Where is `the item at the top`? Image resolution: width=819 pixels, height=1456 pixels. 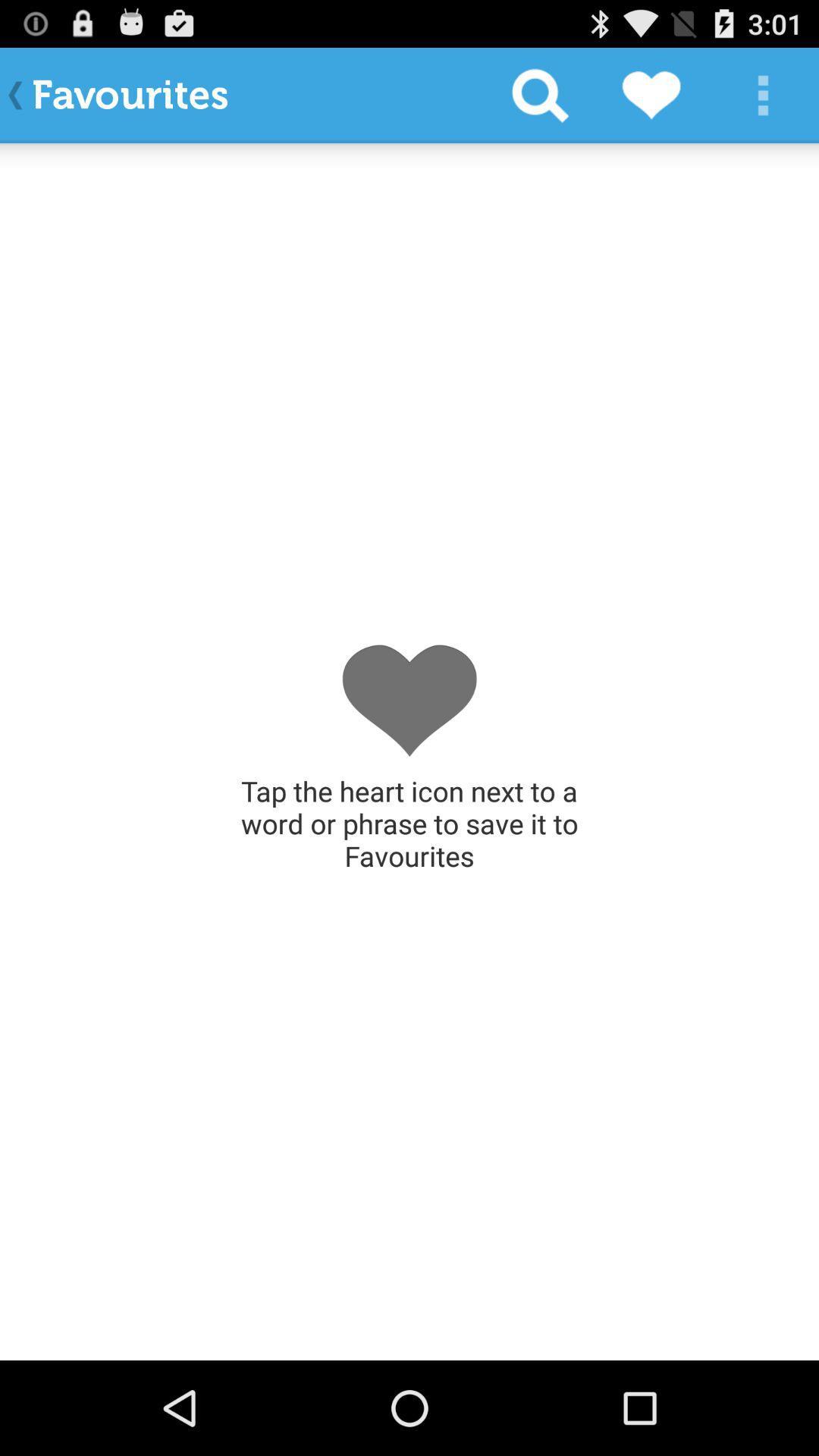 the item at the top is located at coordinates (539, 94).